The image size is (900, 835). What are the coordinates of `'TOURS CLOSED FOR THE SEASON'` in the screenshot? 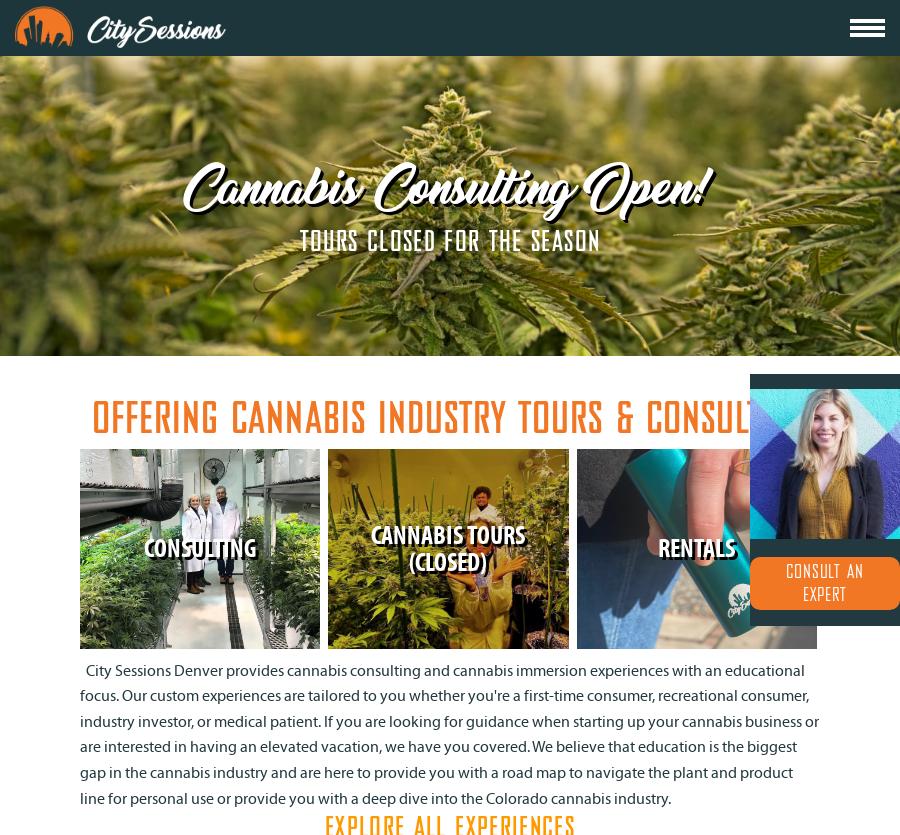 It's located at (449, 242).